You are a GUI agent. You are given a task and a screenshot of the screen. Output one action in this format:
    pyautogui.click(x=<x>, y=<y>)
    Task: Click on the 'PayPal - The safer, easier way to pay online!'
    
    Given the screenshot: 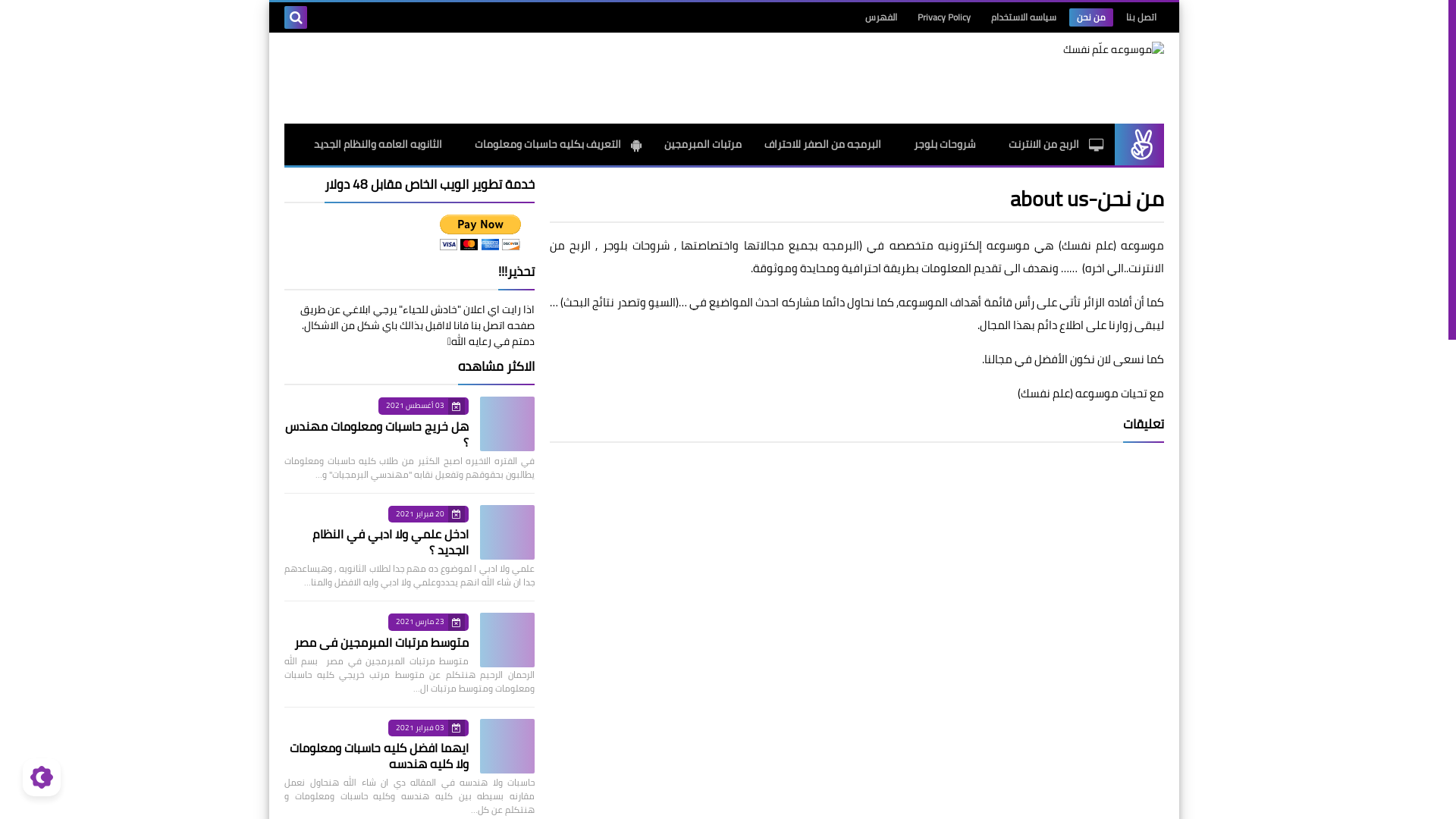 What is the action you would take?
    pyautogui.click(x=479, y=232)
    